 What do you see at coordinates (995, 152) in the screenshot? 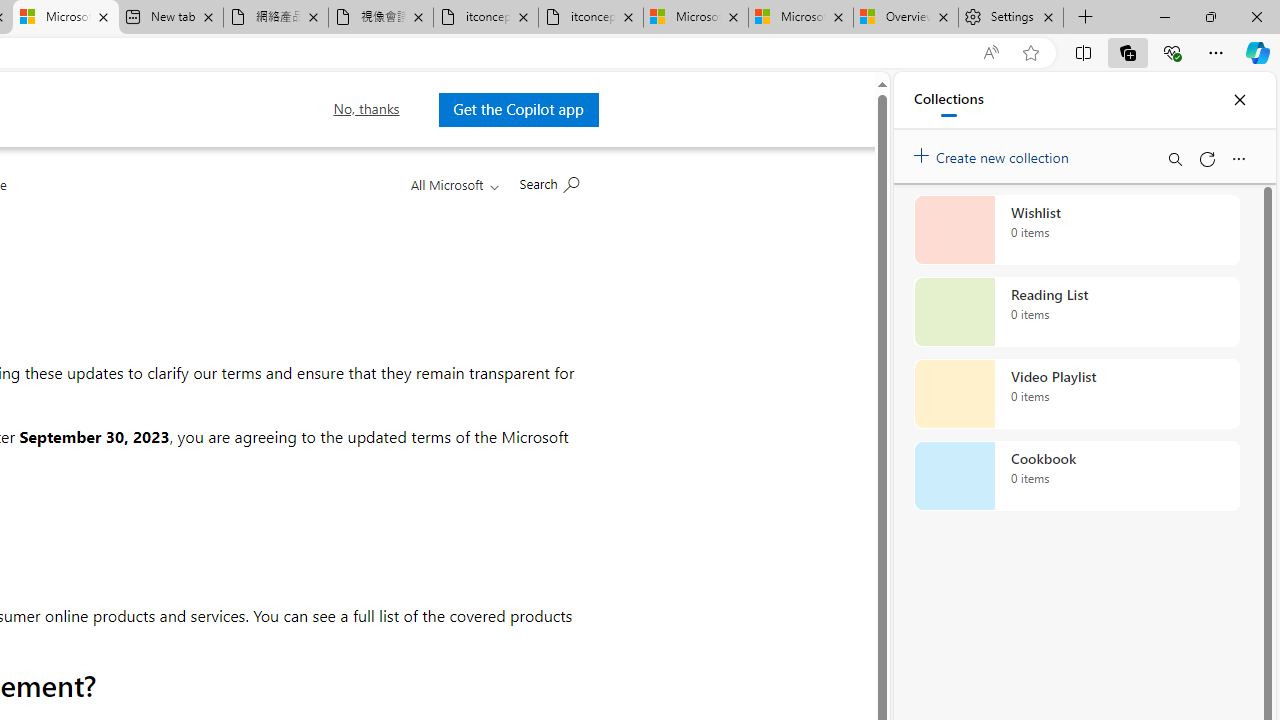
I see `'Create new collection'` at bounding box center [995, 152].